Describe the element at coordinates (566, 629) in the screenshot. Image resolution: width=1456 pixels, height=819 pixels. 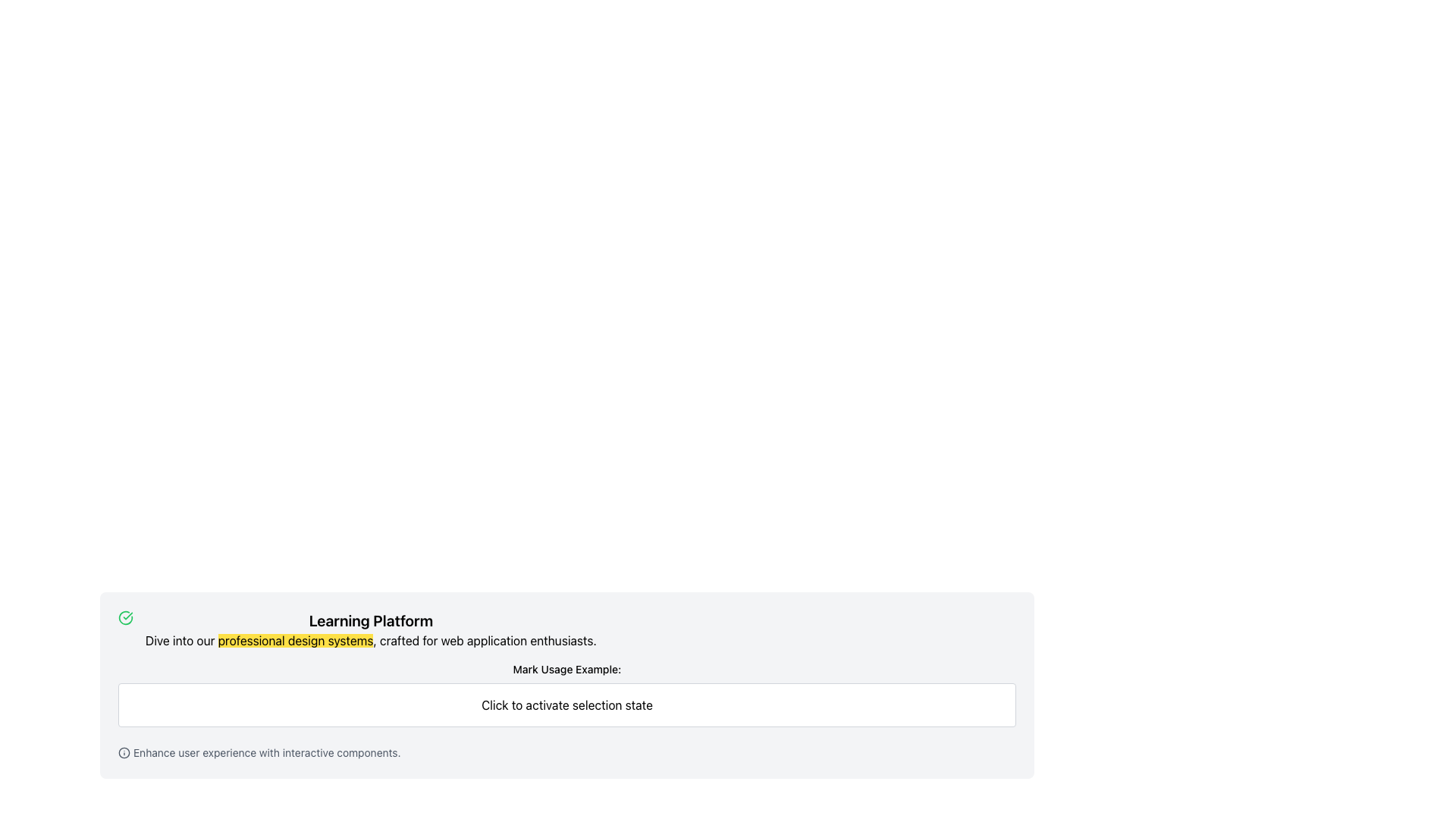
I see `the Text Block that starts with the bold heading 'Learning Platform' and contains the descriptive sentence about 'professional design systems.'` at that location.